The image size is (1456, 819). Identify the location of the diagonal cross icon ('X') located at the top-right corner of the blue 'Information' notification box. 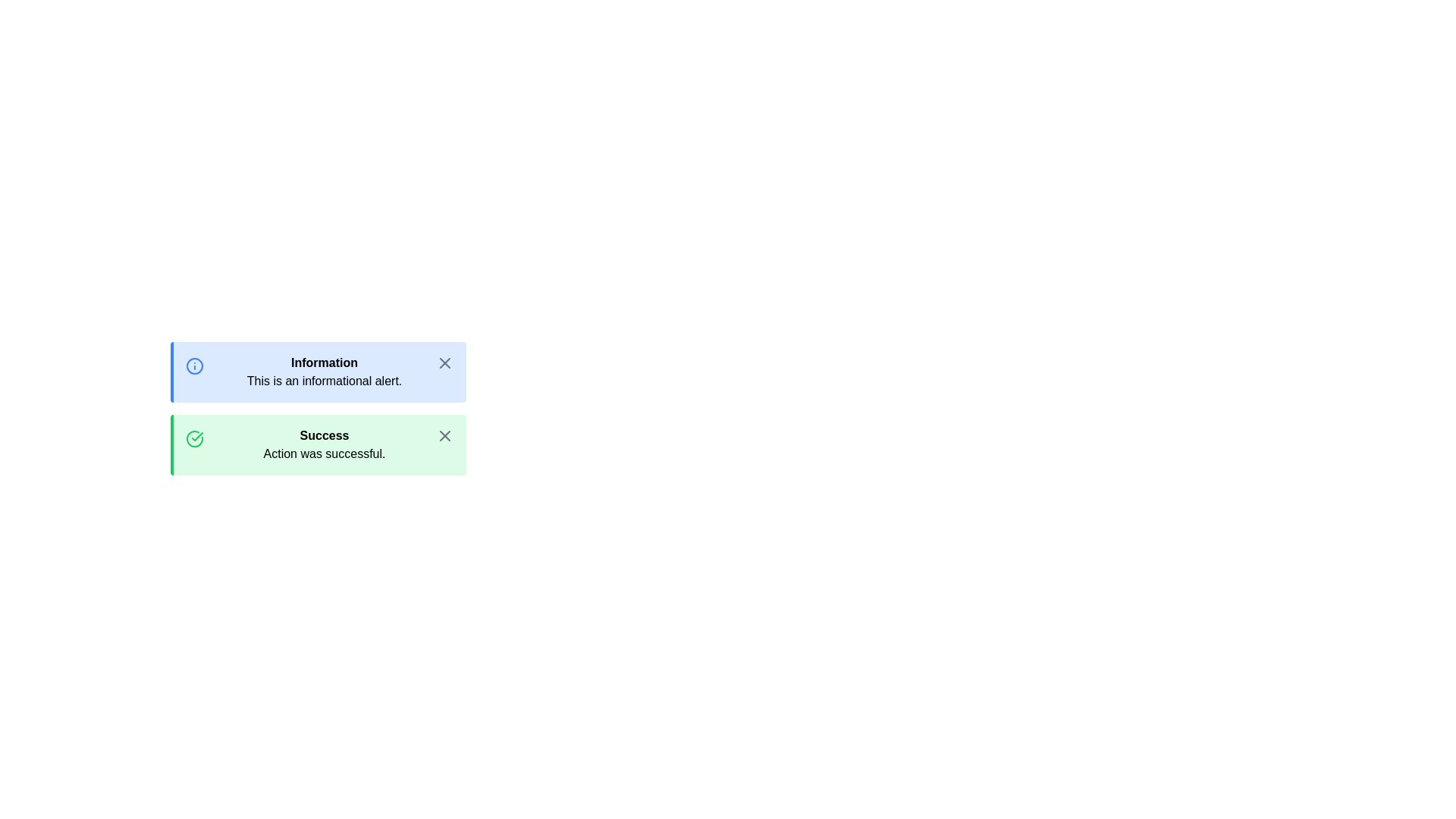
(444, 362).